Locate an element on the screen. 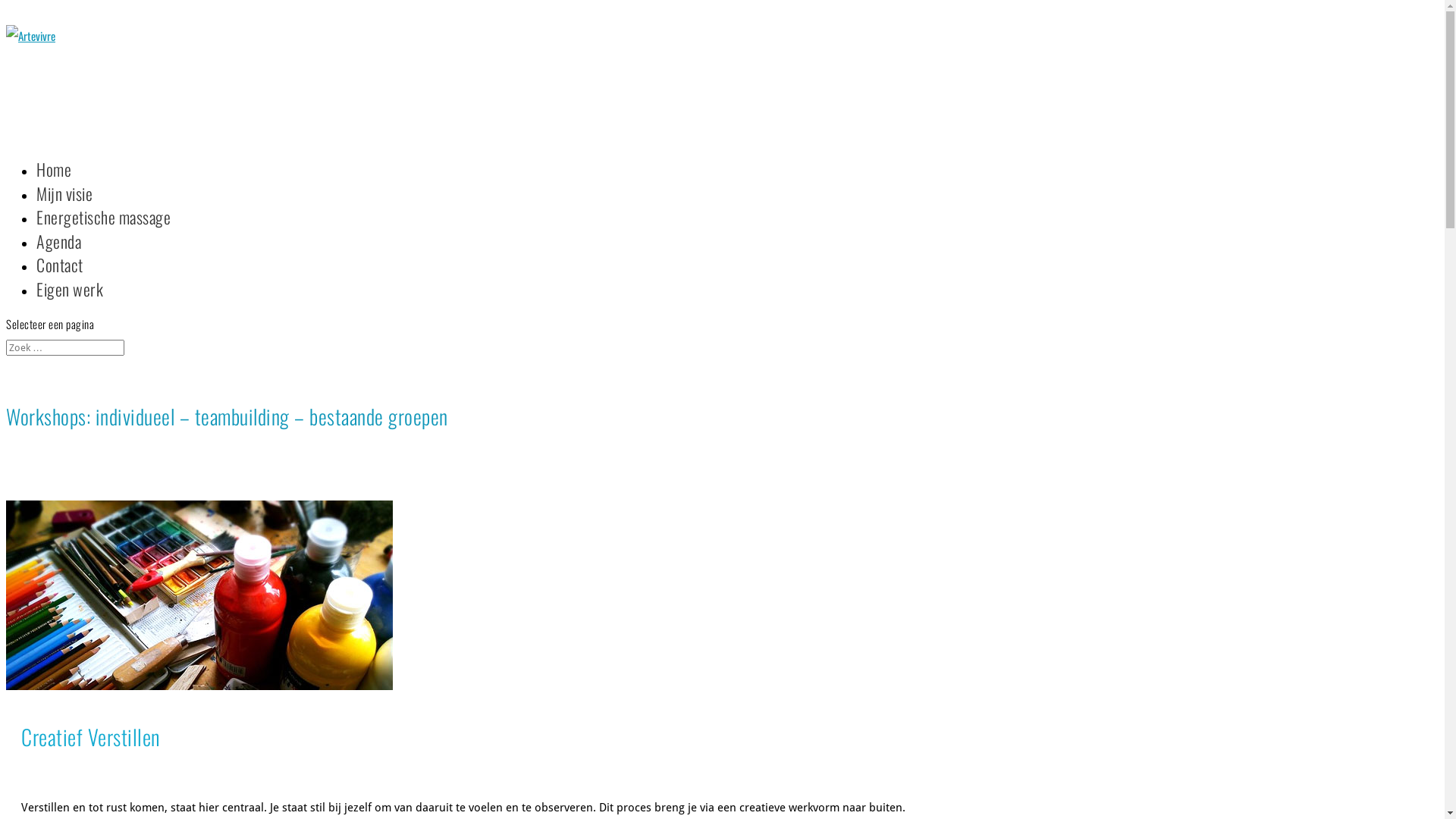 The width and height of the screenshot is (1456, 819). 'Contact' is located at coordinates (59, 281).